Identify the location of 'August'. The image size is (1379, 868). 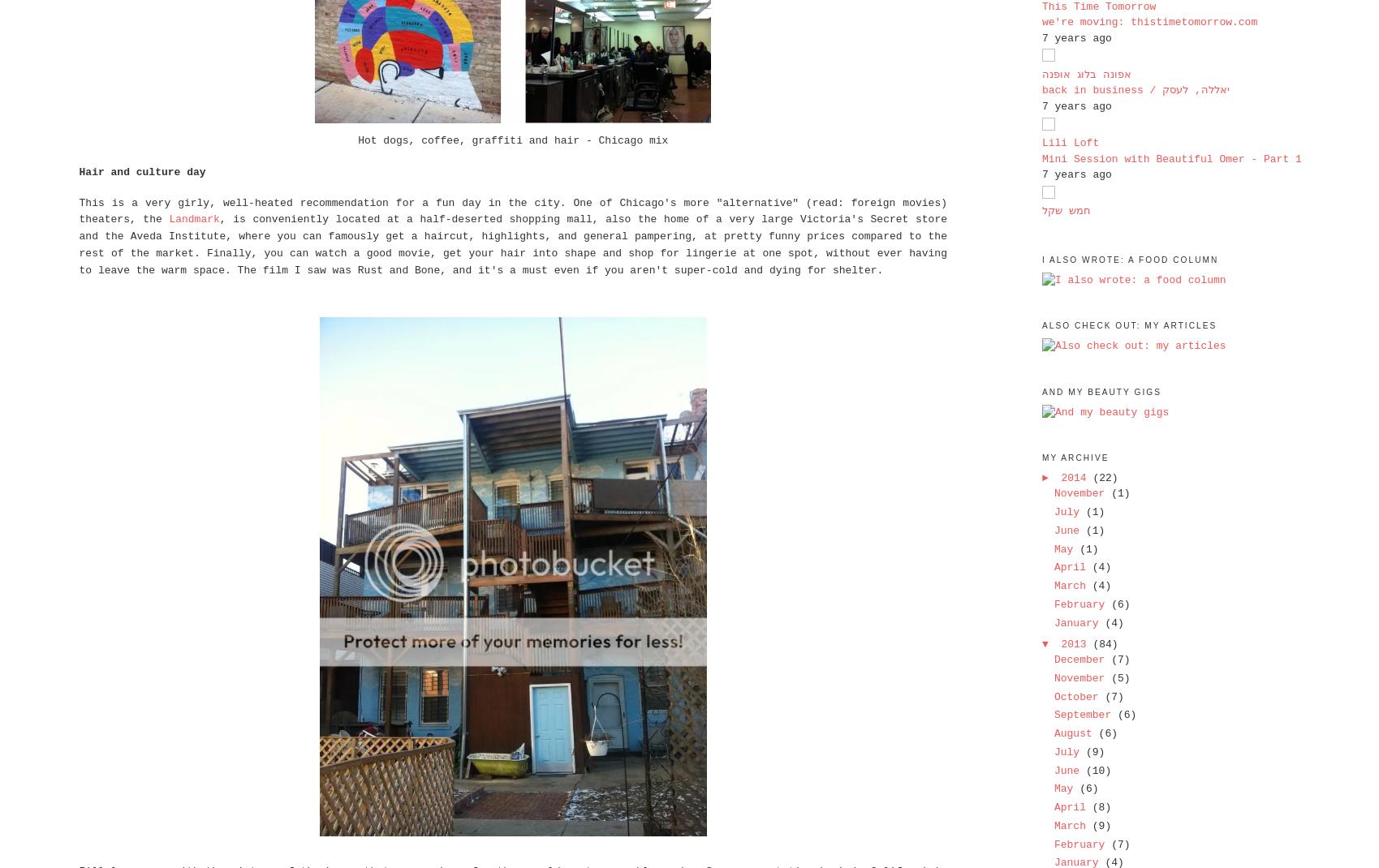
(1075, 733).